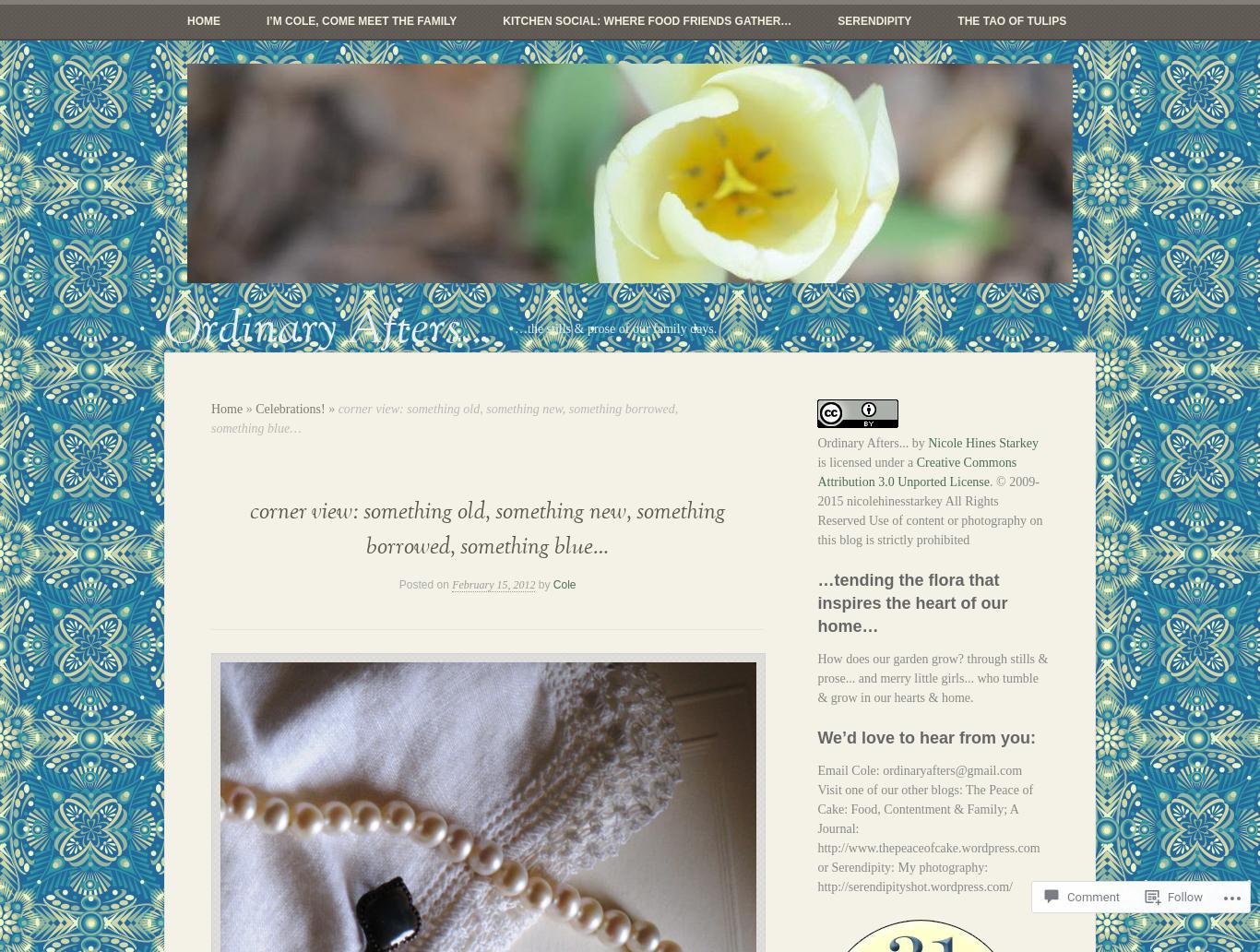 This screenshot has width=1260, height=952. Describe the element at coordinates (929, 510) in the screenshot. I see `'.


© 2009-2015 nicolehinesstarkey All Rights Reserved Use of content or photography on this blog is strictly prohibited'` at that location.